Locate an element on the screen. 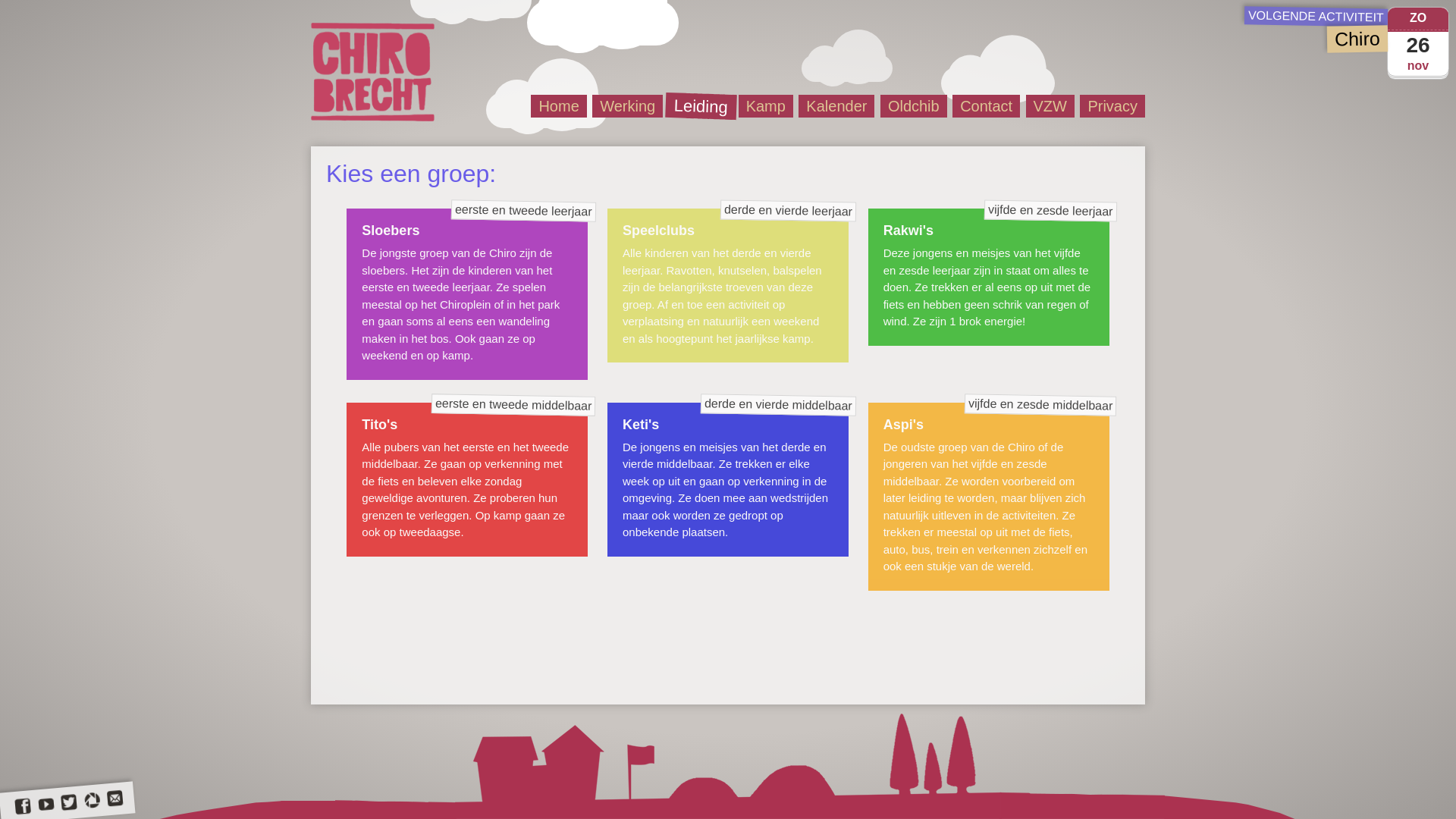 This screenshot has height=819, width=1456. 'Privacy' is located at coordinates (1112, 105).